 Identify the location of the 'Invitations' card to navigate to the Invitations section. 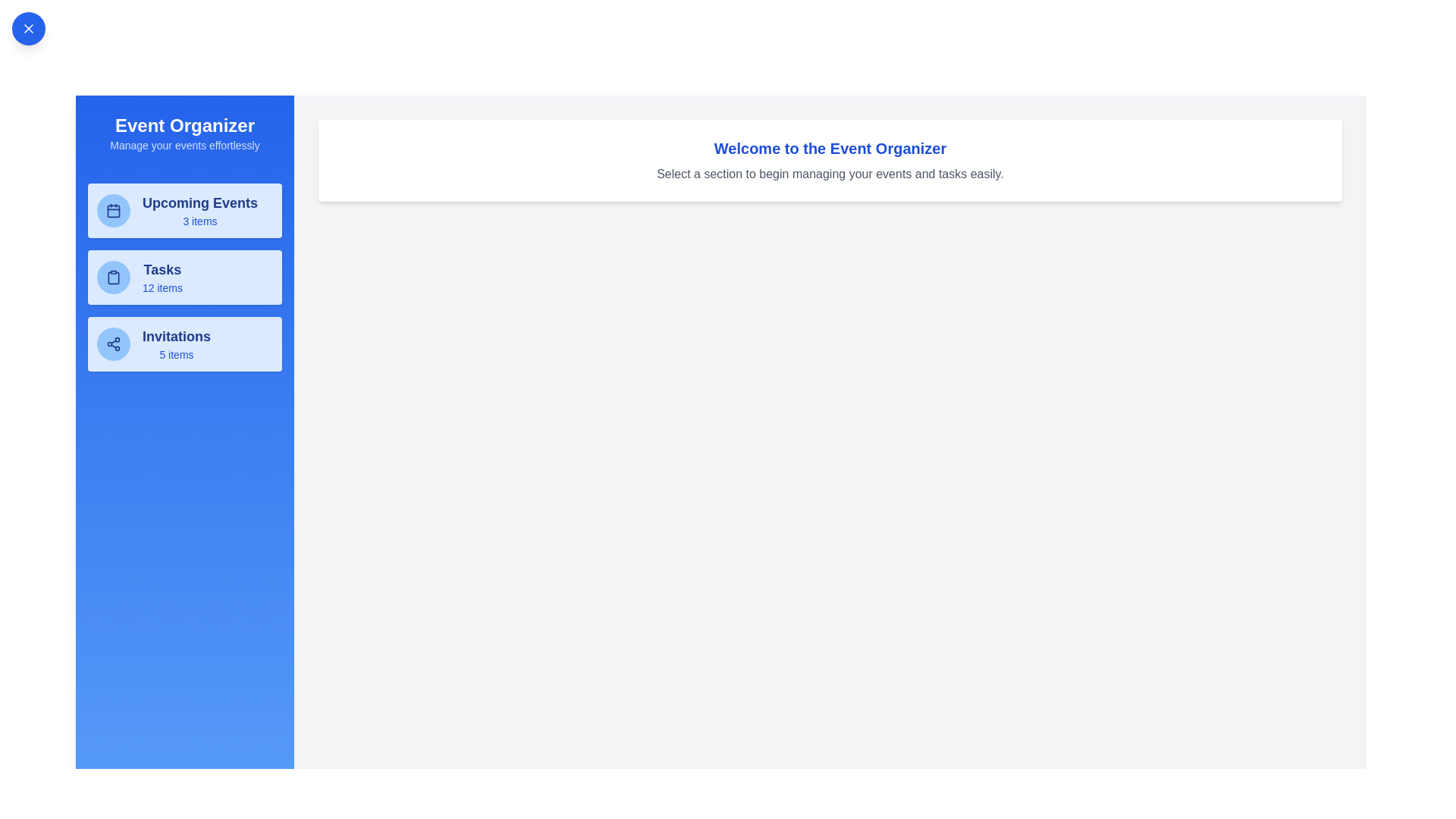
(184, 344).